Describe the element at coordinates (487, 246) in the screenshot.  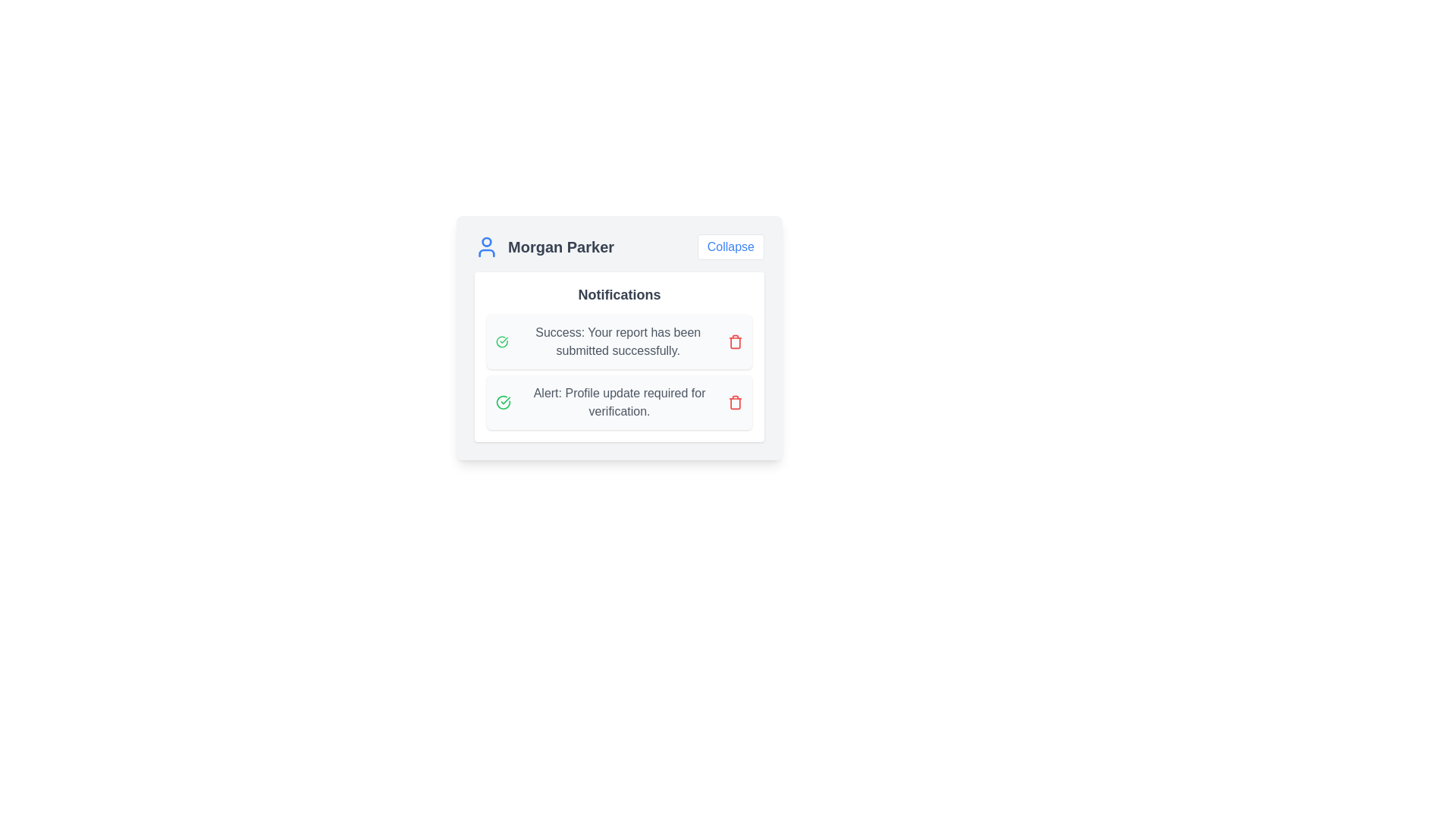
I see `the user profile icon located to the left of the text 'Morgan Parker' in the notification panel` at that location.